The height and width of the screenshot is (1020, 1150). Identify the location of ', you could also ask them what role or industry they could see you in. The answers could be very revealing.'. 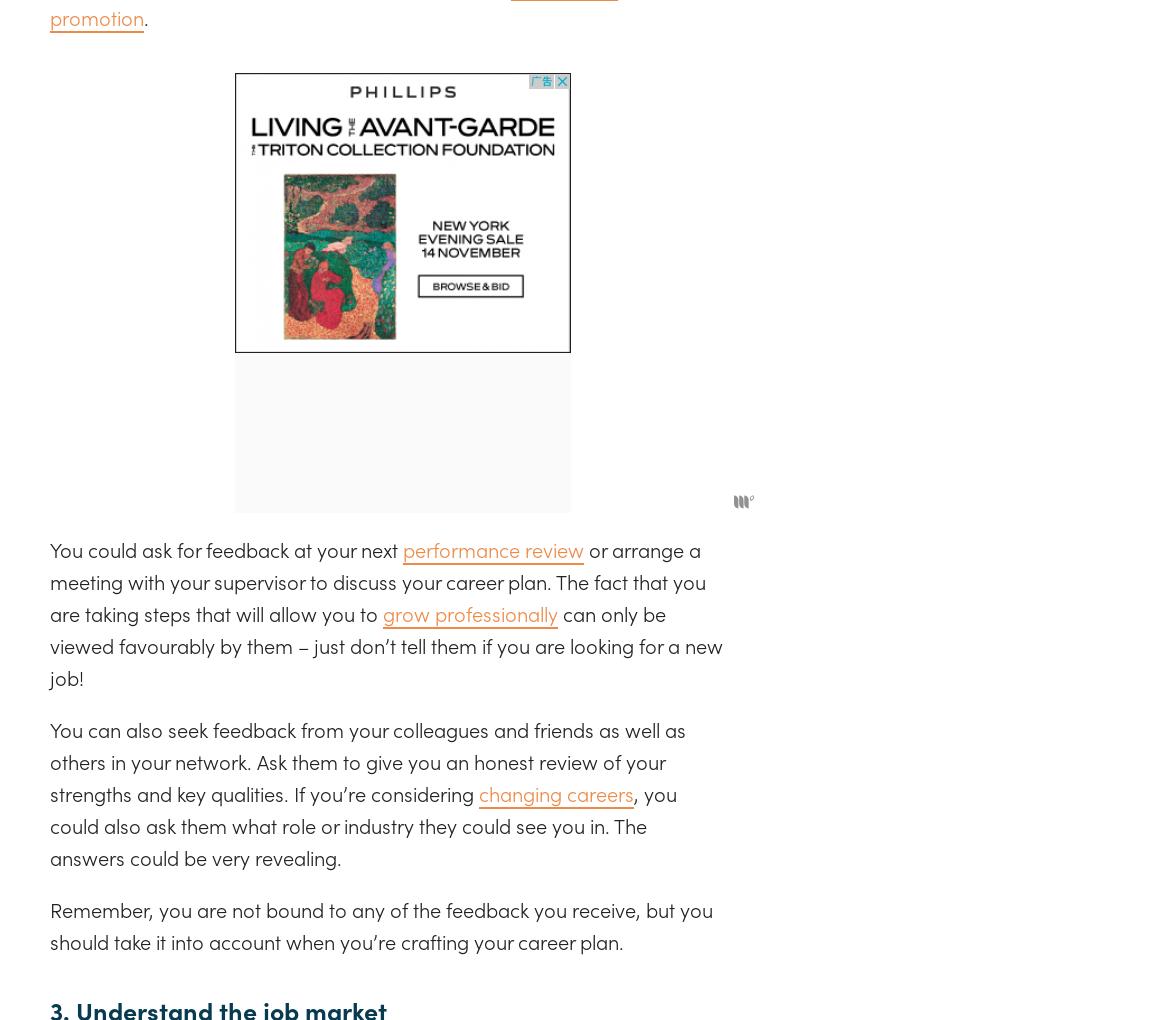
(49, 824).